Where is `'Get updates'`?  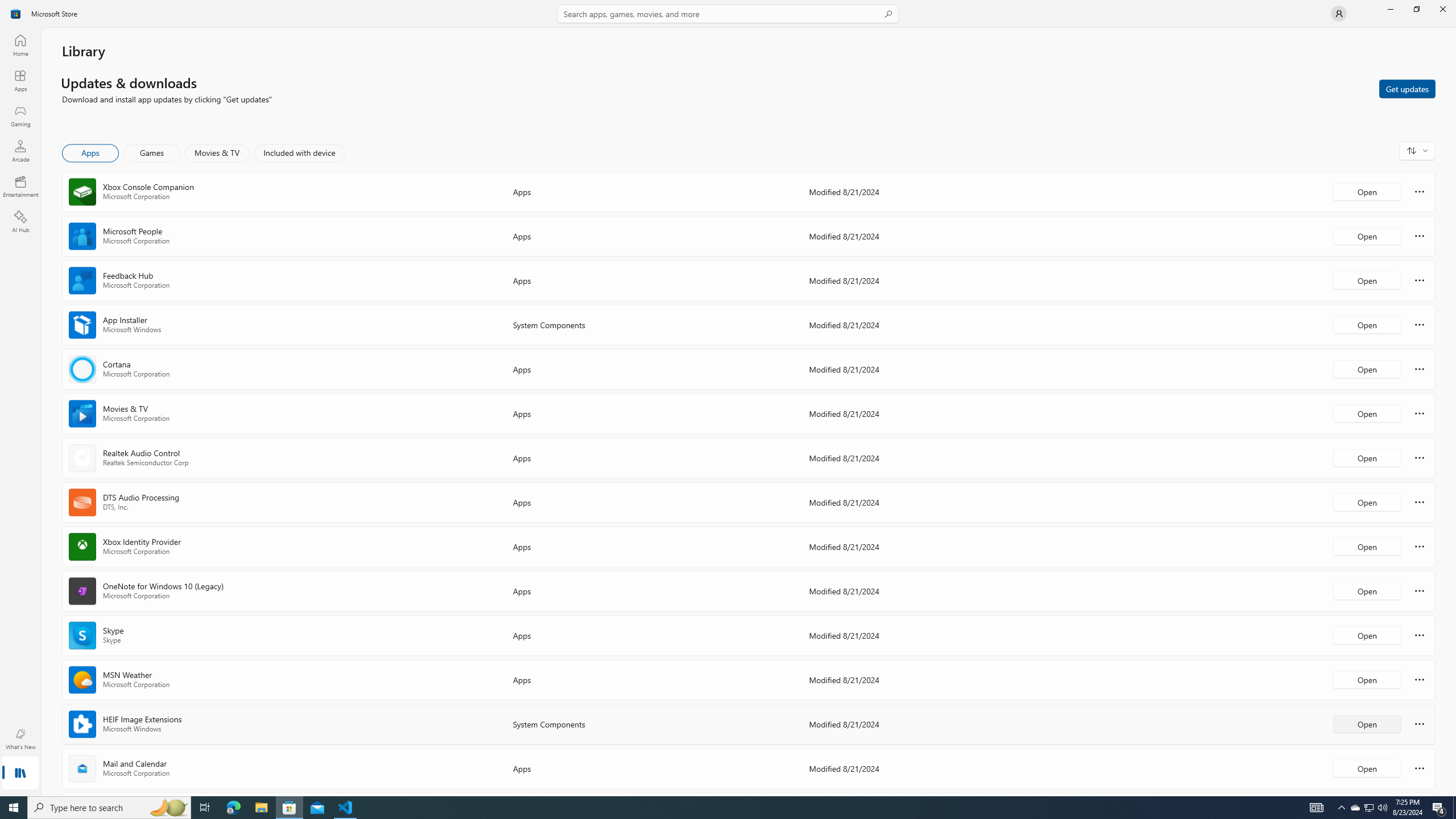
'Get updates' is located at coordinates (1407, 88).